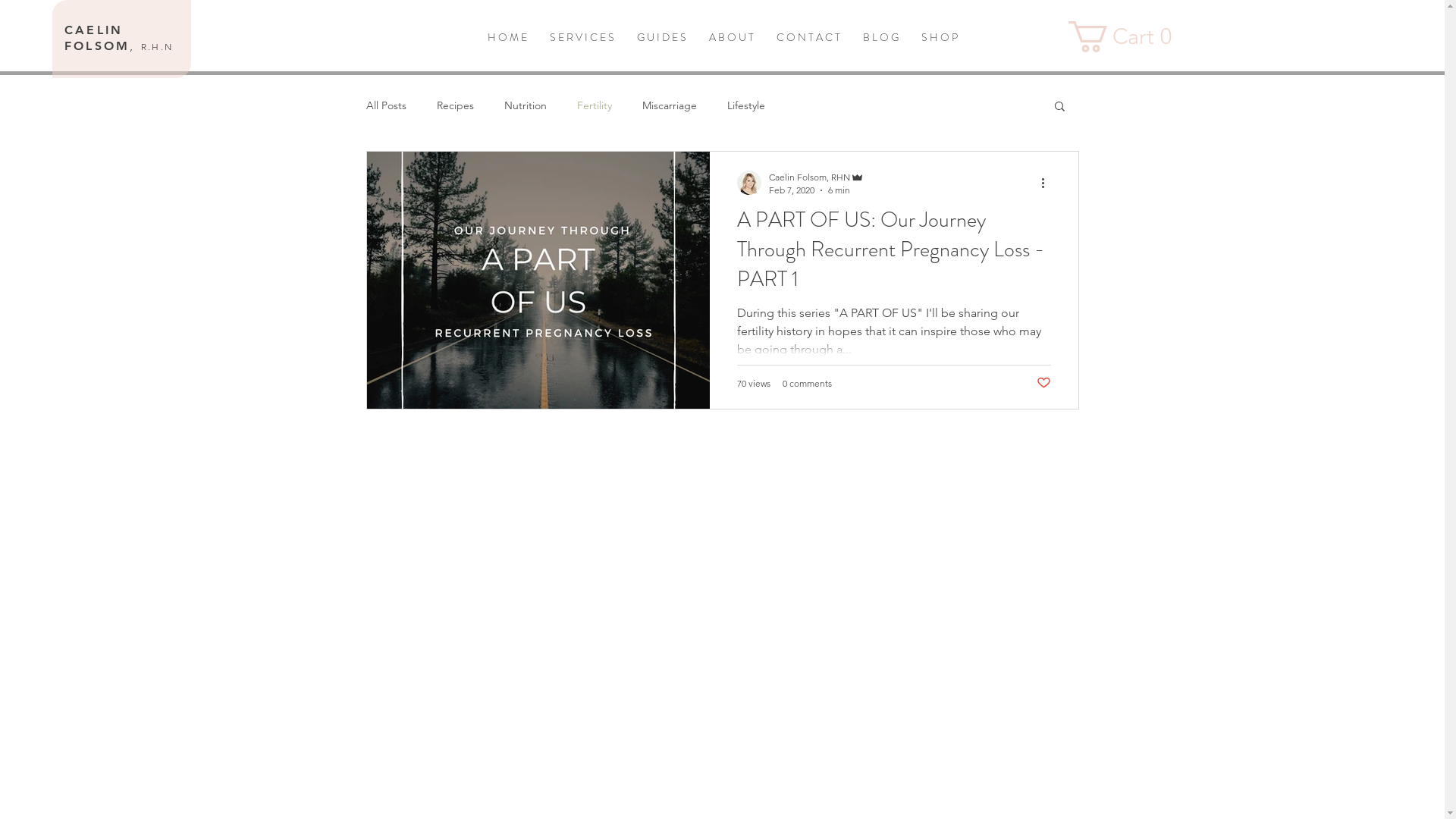 Image resolution: width=1456 pixels, height=819 pixels. What do you see at coordinates (745, 104) in the screenshot?
I see `'Lifestyle'` at bounding box center [745, 104].